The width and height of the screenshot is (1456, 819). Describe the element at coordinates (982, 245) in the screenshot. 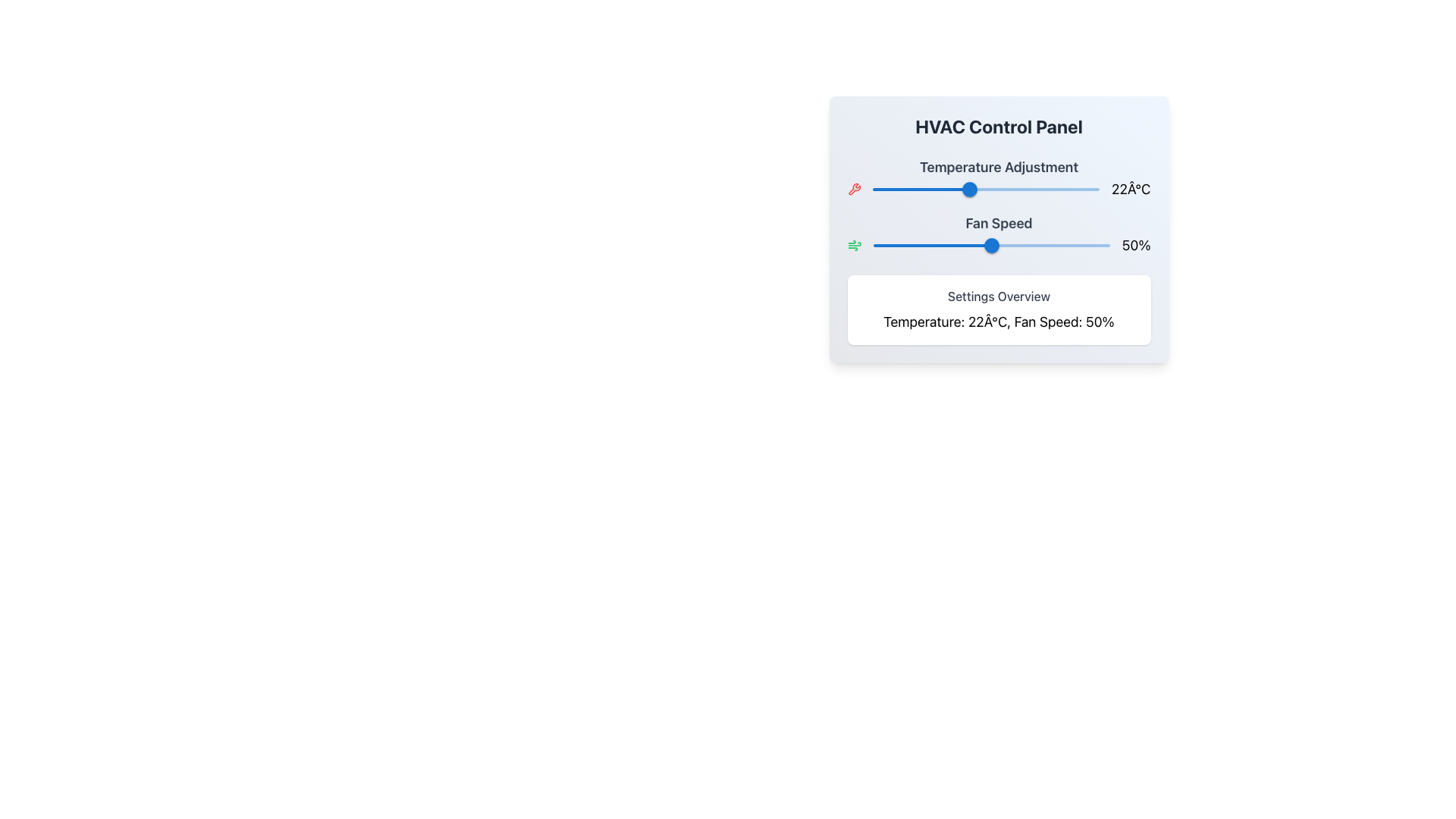

I see `fan speed` at that location.